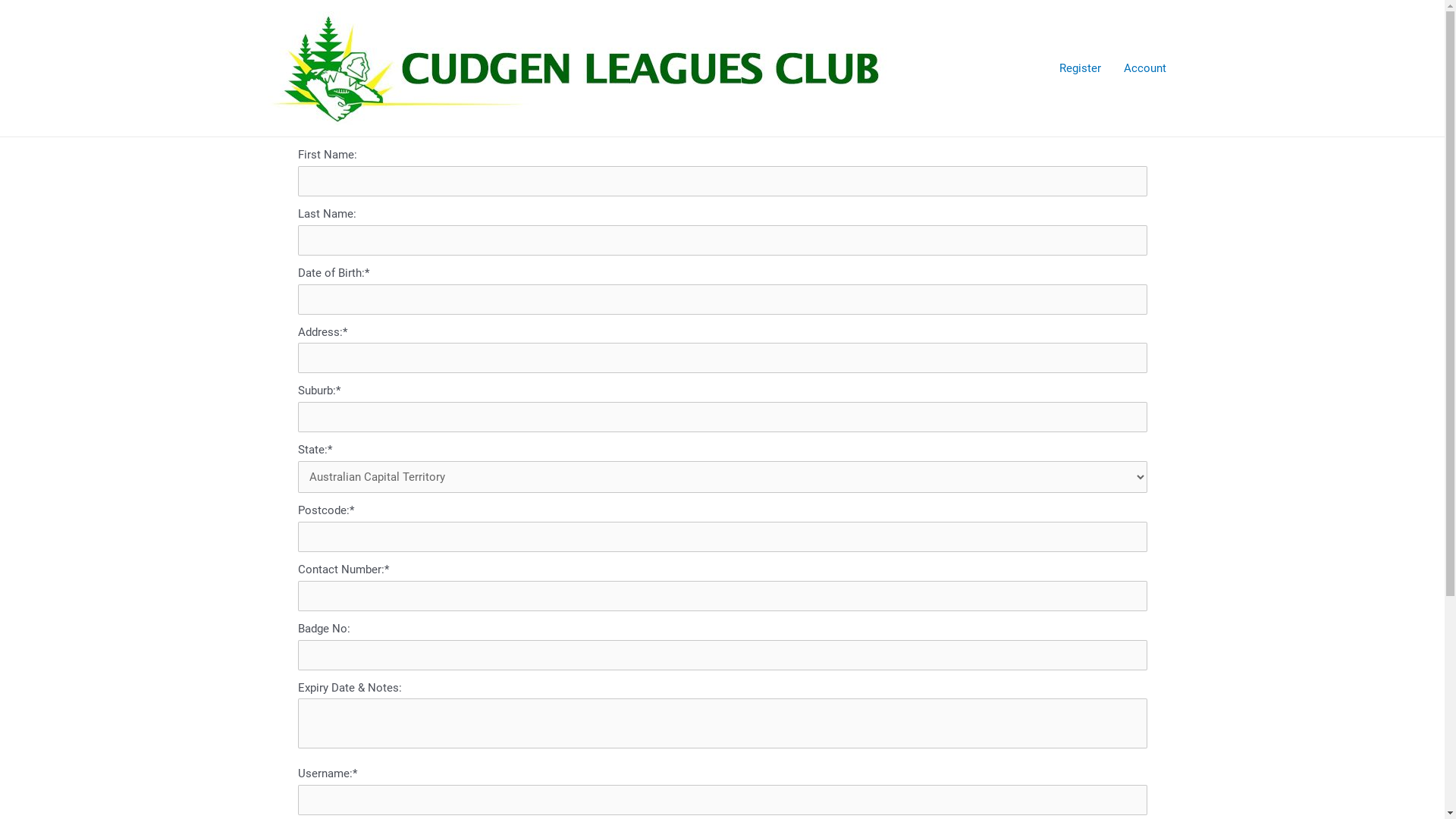 Image resolution: width=1456 pixels, height=819 pixels. Describe the element at coordinates (1144, 67) in the screenshot. I see `'Account'` at that location.